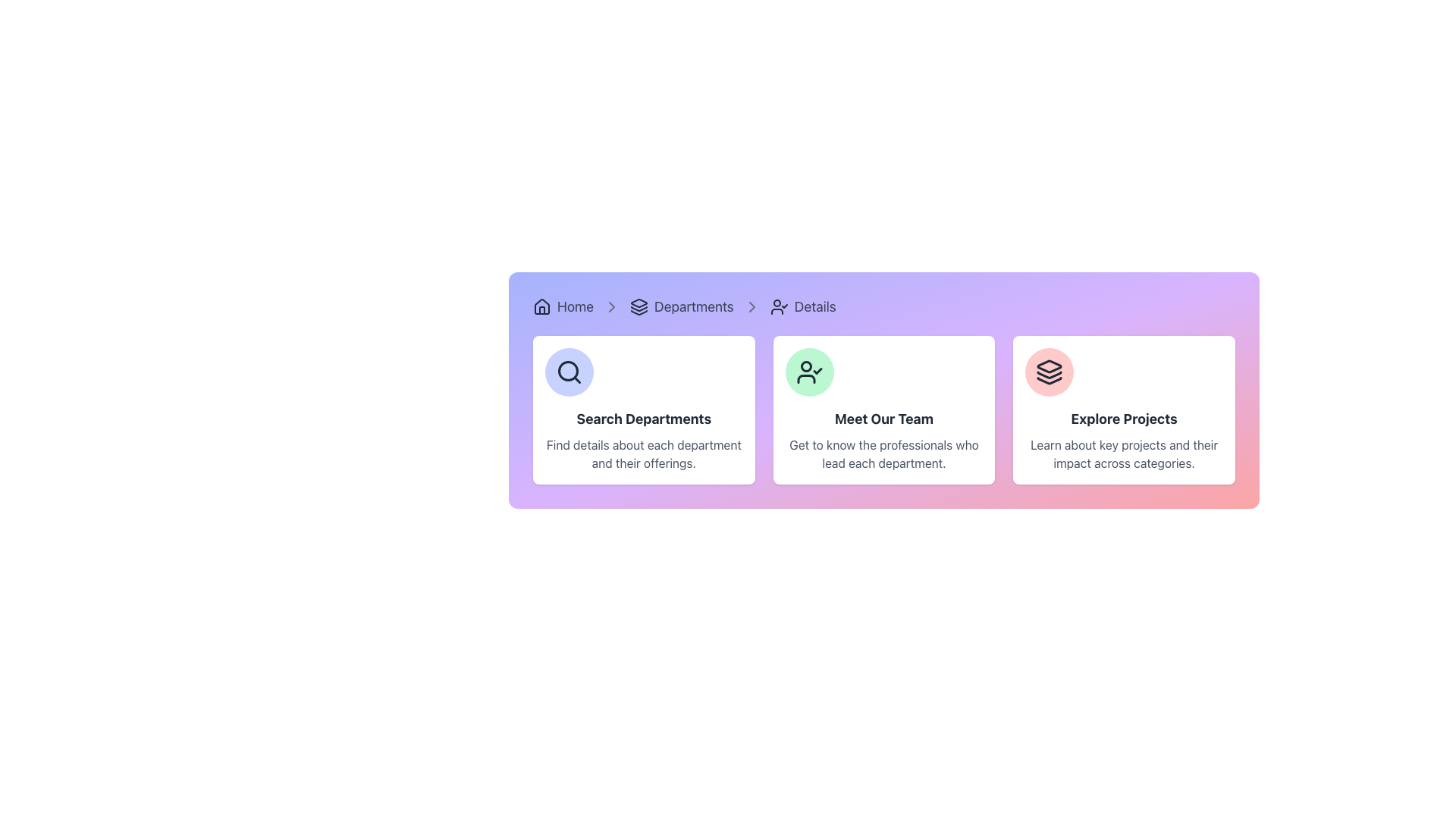  What do you see at coordinates (1049, 366) in the screenshot?
I see `the top-most triangular icon in the 'Explore Projects' section, which is part of a group of three stacked triangular shapes in the third card of the main navigation panel` at bounding box center [1049, 366].